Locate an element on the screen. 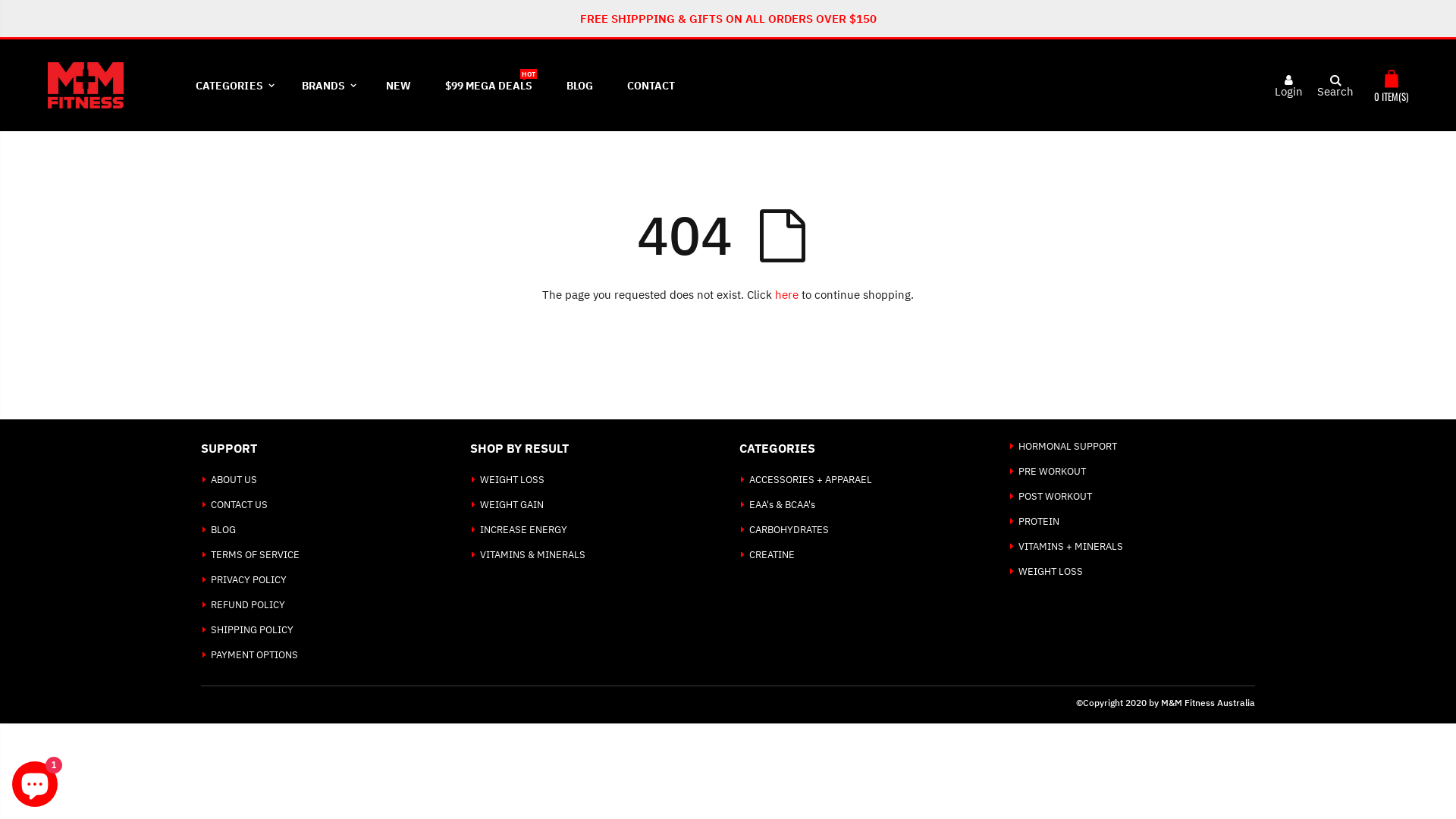 The image size is (1456, 819). 'BRANDS' is located at coordinates (326, 84).